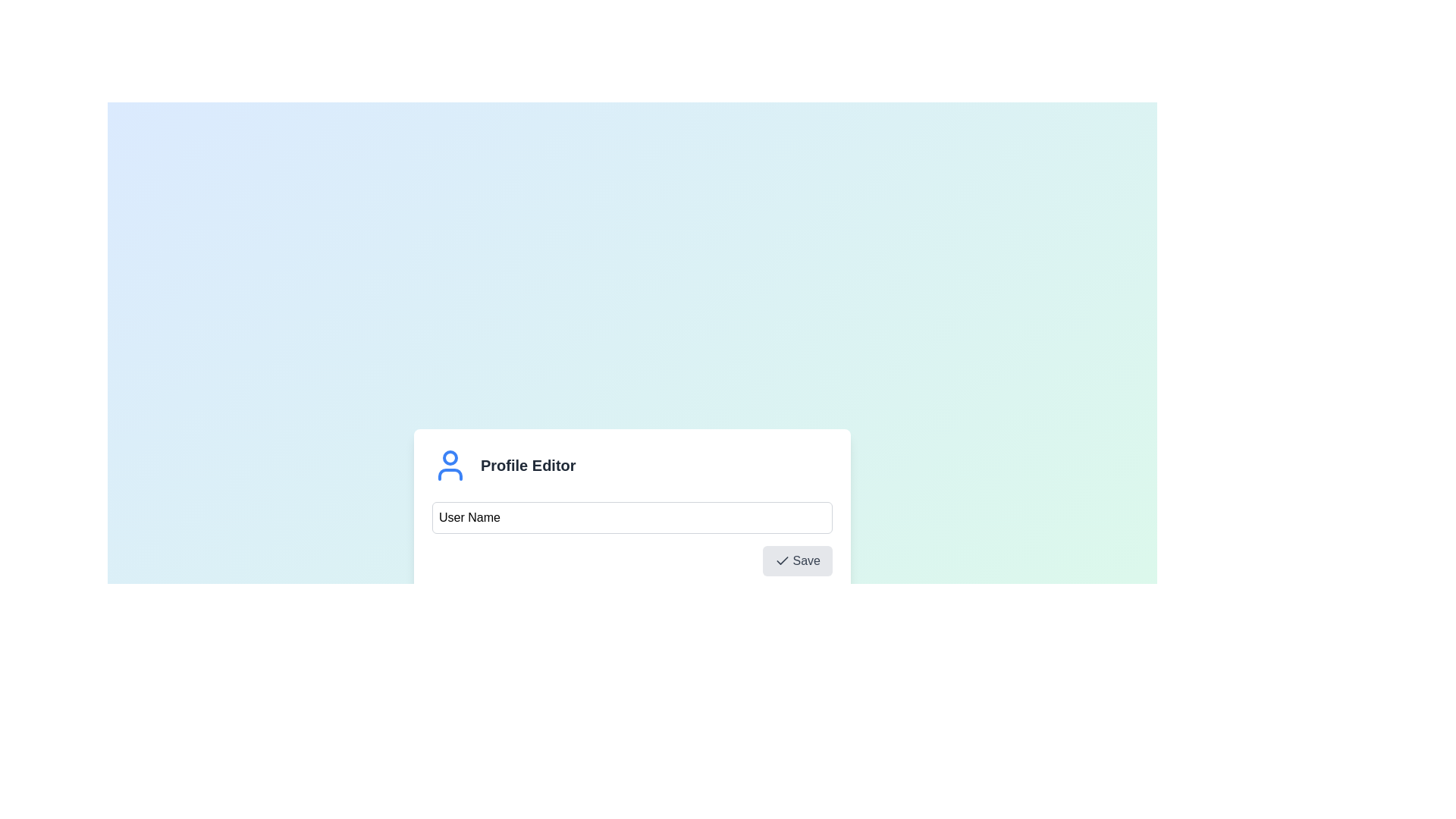 The height and width of the screenshot is (819, 1456). What do you see at coordinates (450, 457) in the screenshot?
I see `the SVG Circle that represents the user's head in the profile icon, which is located above the text 'Profile Editor'` at bounding box center [450, 457].